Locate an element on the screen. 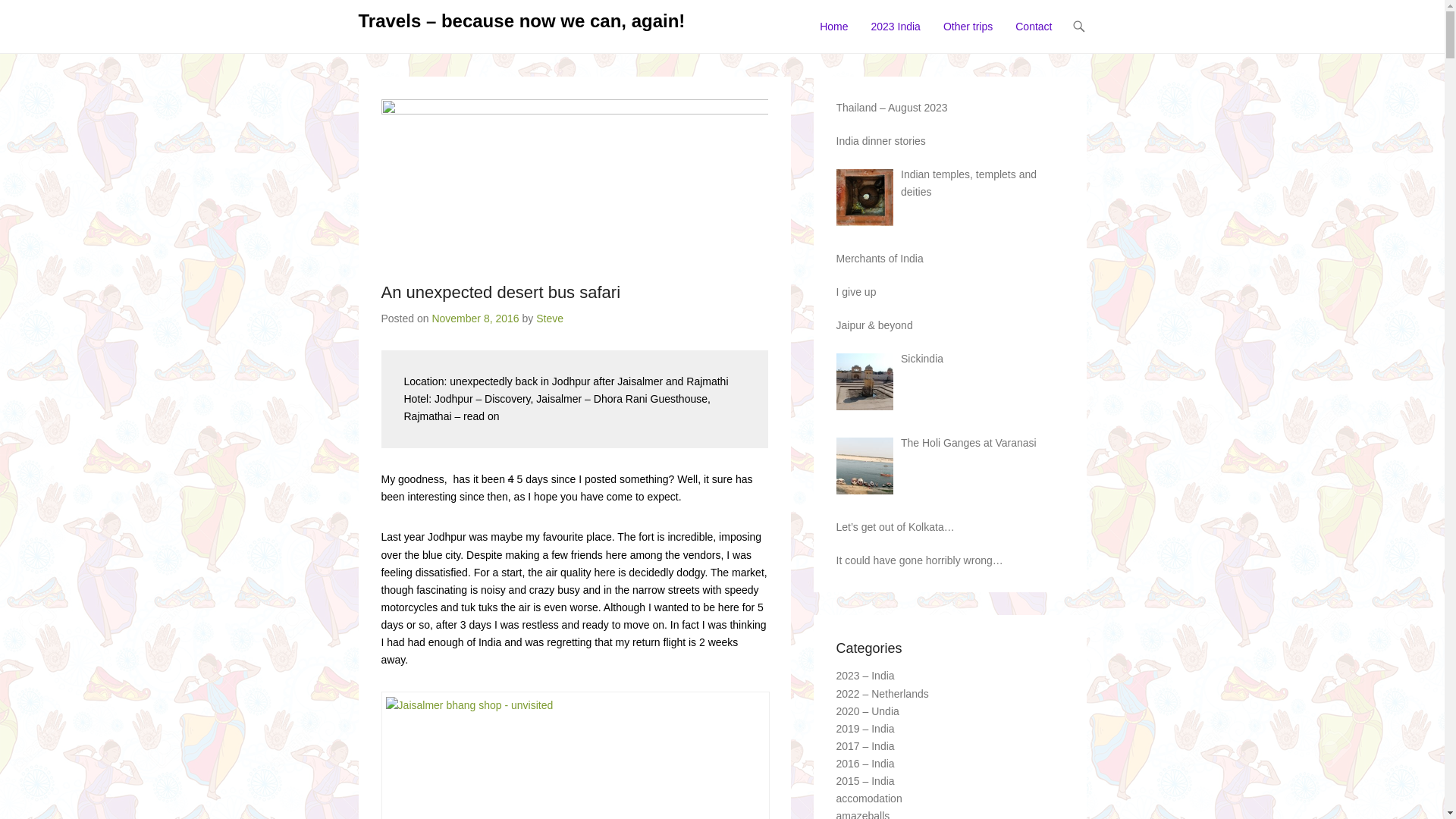 This screenshot has height=819, width=1456. 'Steve' is located at coordinates (548, 318).